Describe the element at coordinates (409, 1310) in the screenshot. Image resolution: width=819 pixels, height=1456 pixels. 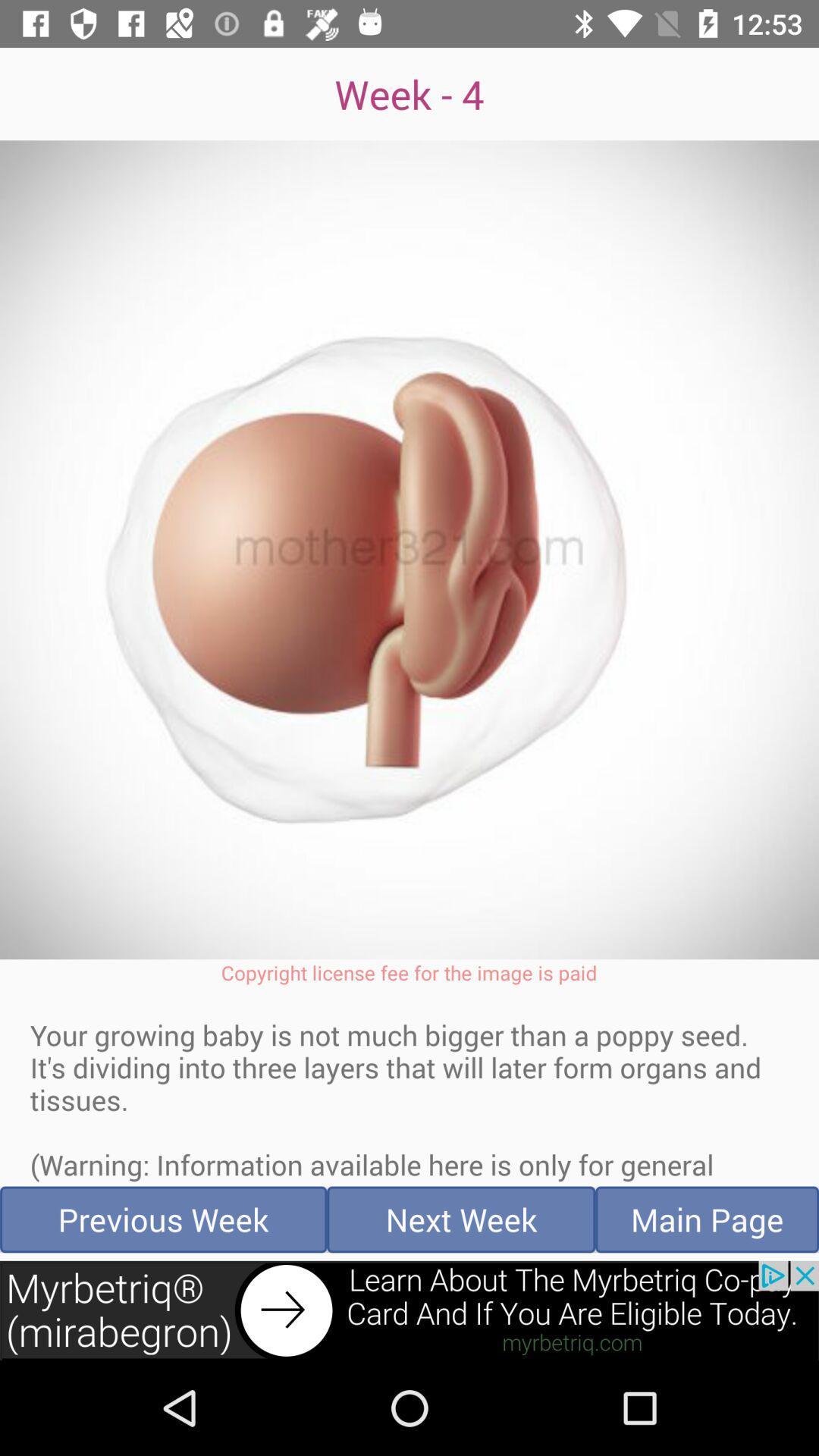
I see `open advertisement` at that location.